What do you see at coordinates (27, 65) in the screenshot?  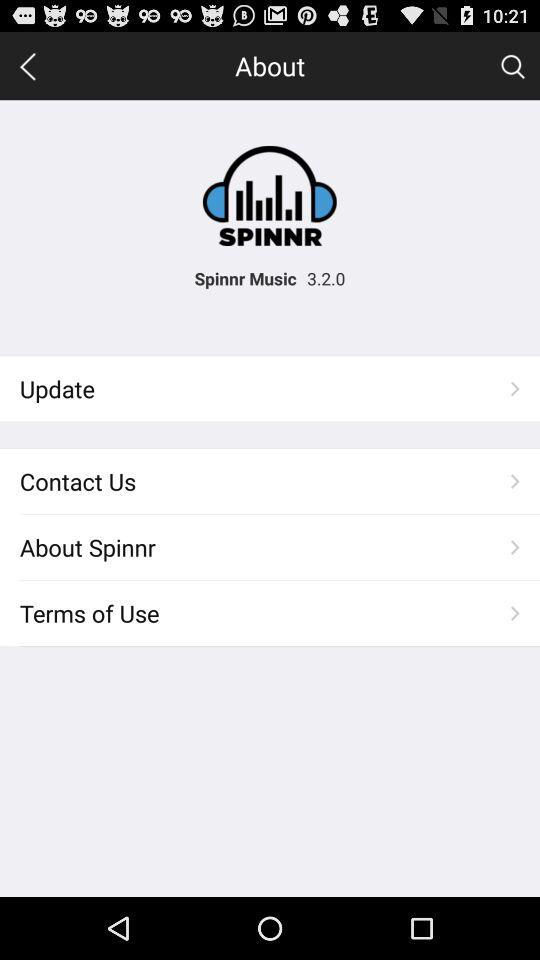 I see `icon on the left side of about` at bounding box center [27, 65].